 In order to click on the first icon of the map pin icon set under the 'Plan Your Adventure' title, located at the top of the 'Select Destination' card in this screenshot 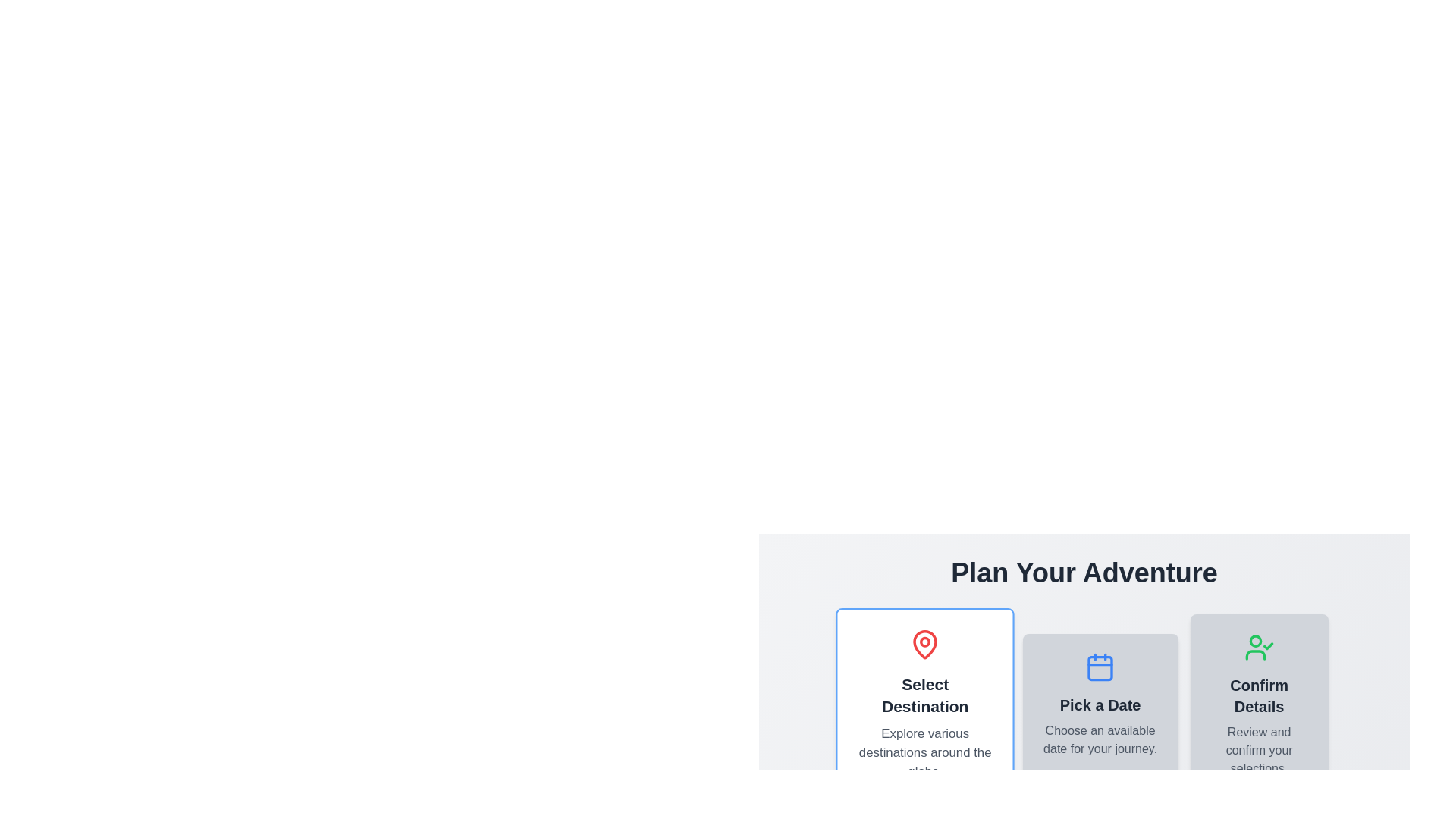, I will do `click(924, 645)`.